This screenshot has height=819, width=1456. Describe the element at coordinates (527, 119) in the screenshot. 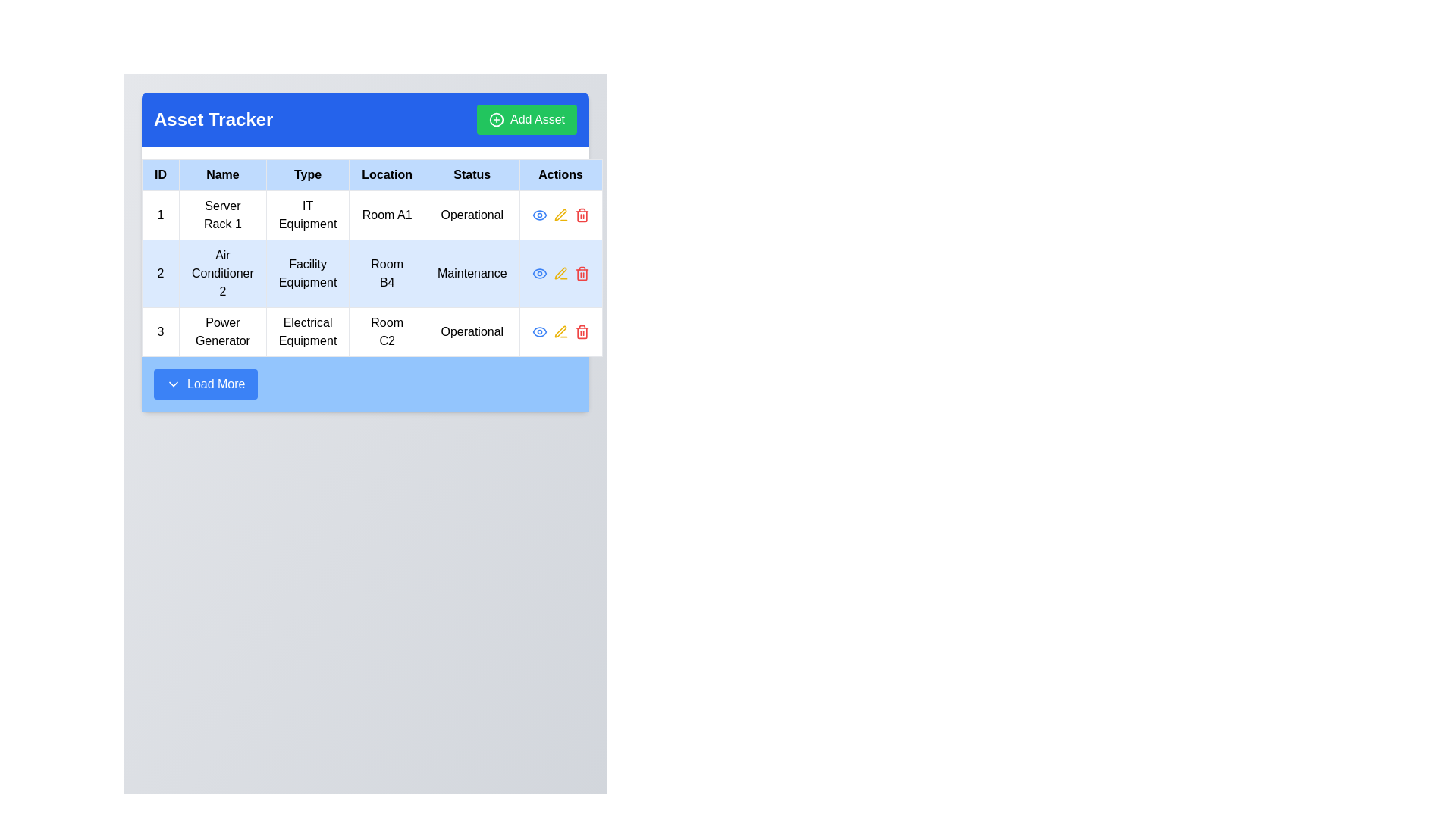

I see `the 'Add Asset' button located in the top-right corner of the blue header area labeled 'Asset Tracker'` at that location.